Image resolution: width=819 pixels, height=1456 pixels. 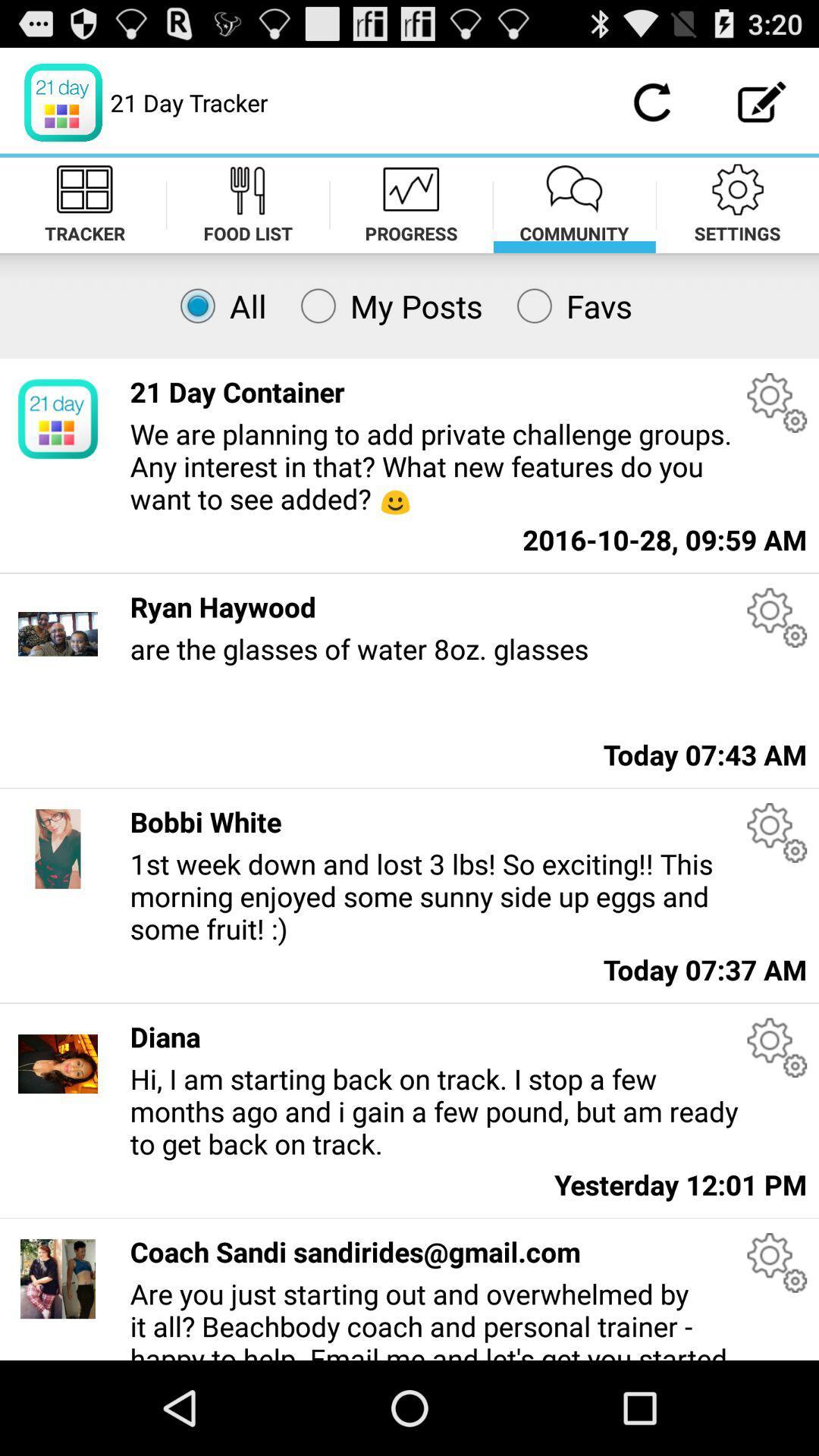 What do you see at coordinates (777, 617) in the screenshot?
I see `open settings for the post` at bounding box center [777, 617].